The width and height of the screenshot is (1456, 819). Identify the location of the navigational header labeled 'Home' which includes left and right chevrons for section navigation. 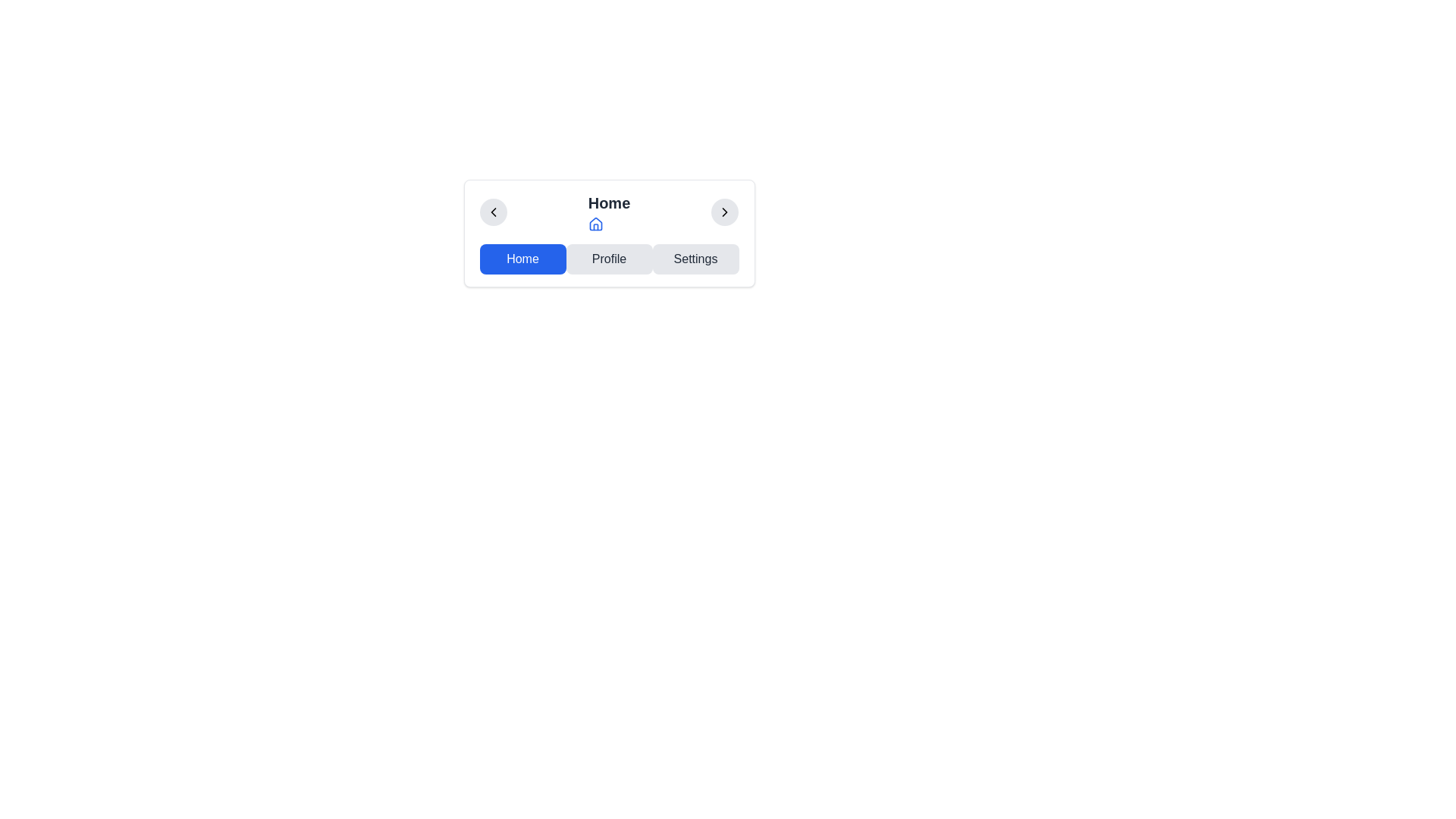
(609, 212).